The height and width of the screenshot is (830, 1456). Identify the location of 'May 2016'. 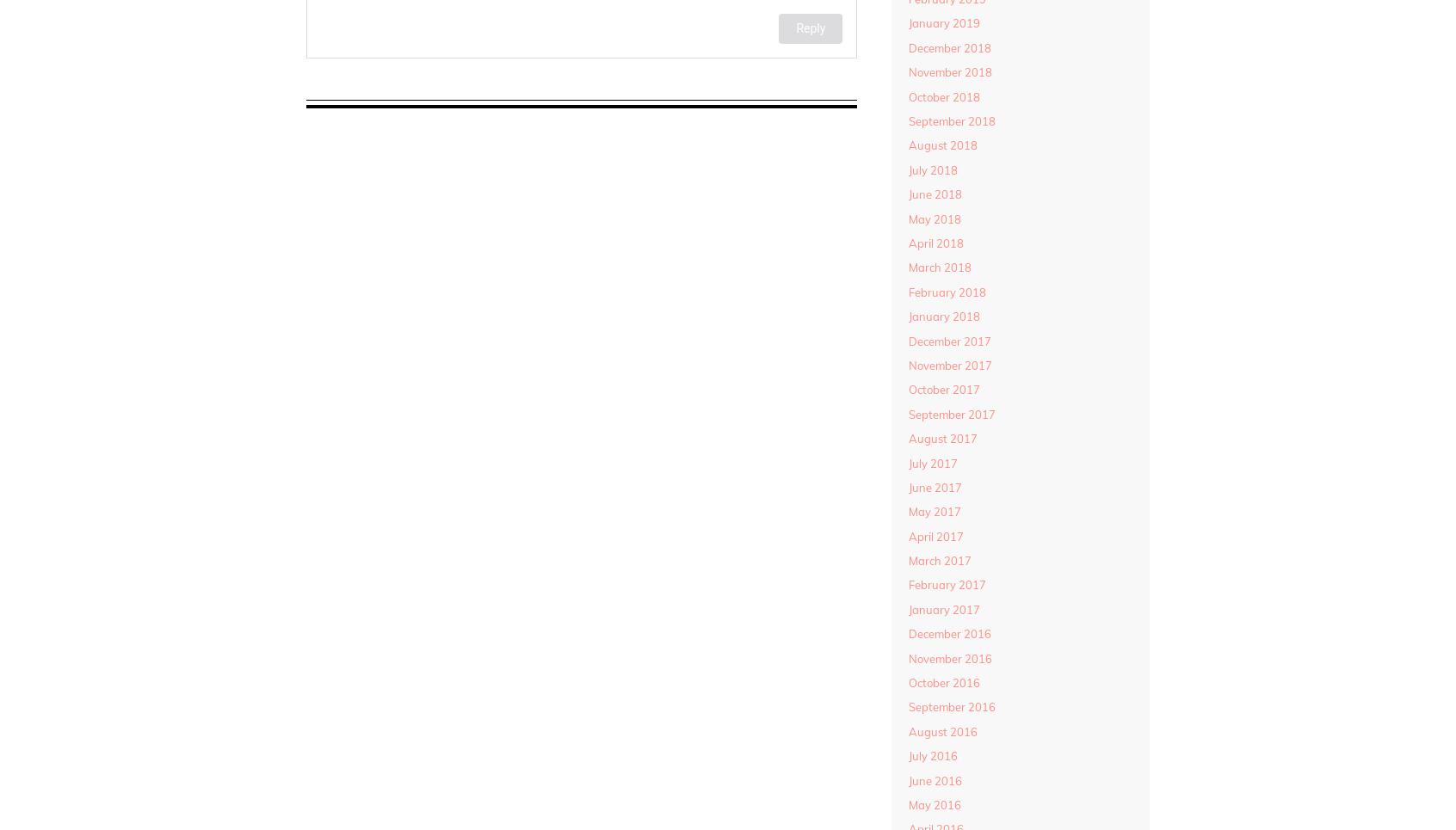
(934, 803).